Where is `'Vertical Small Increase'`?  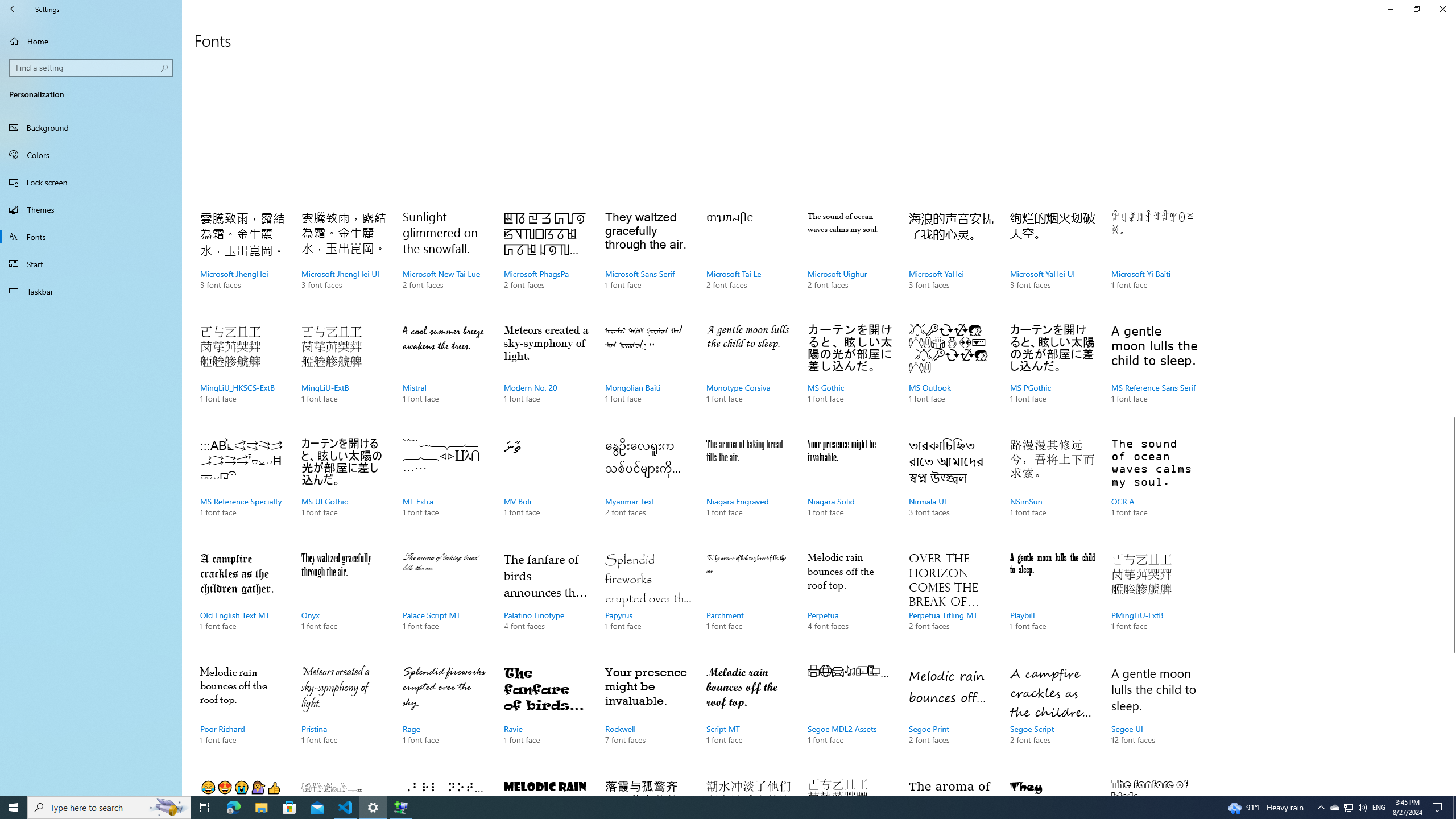 'Vertical Small Increase' is located at coordinates (1451, 791).